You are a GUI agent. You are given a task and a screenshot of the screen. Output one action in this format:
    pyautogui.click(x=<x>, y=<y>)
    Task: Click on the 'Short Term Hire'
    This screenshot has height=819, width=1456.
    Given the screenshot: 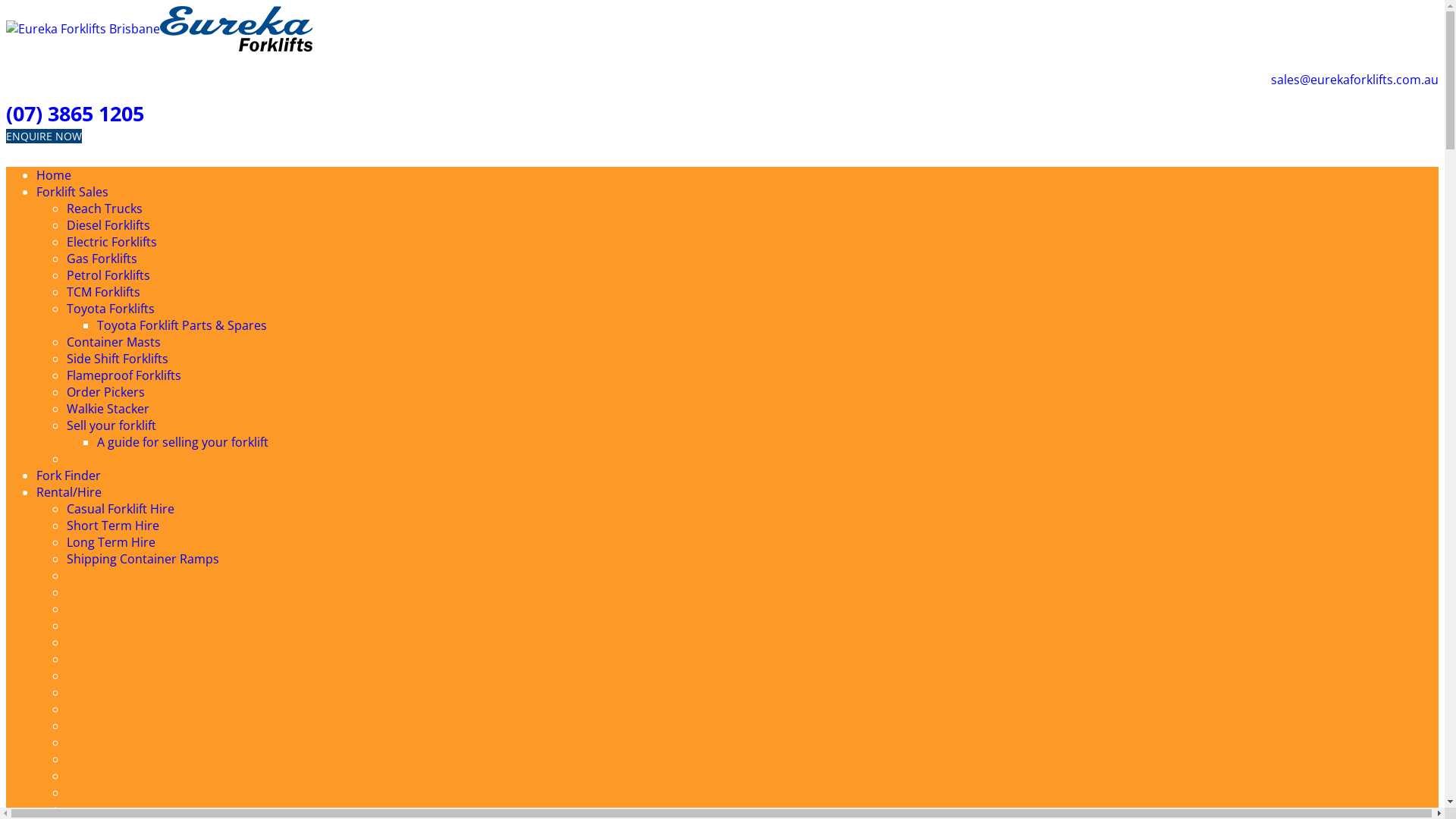 What is the action you would take?
    pyautogui.click(x=111, y=525)
    